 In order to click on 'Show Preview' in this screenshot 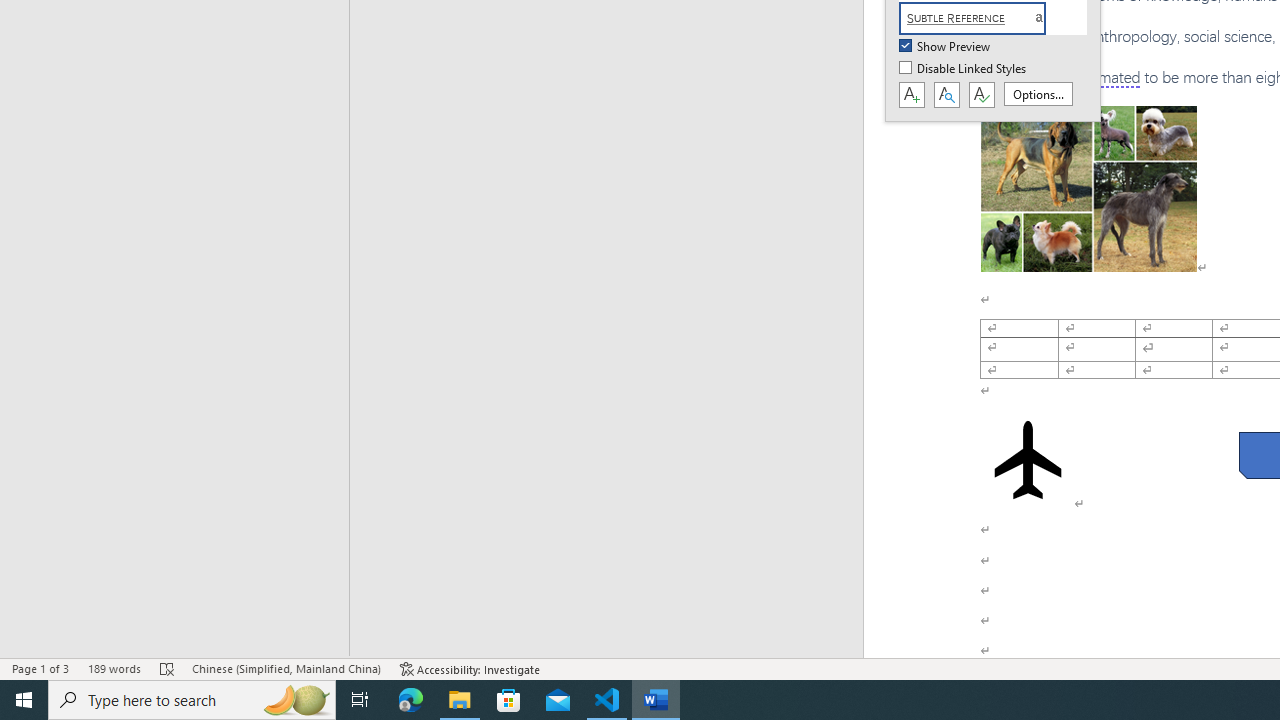, I will do `click(945, 46)`.